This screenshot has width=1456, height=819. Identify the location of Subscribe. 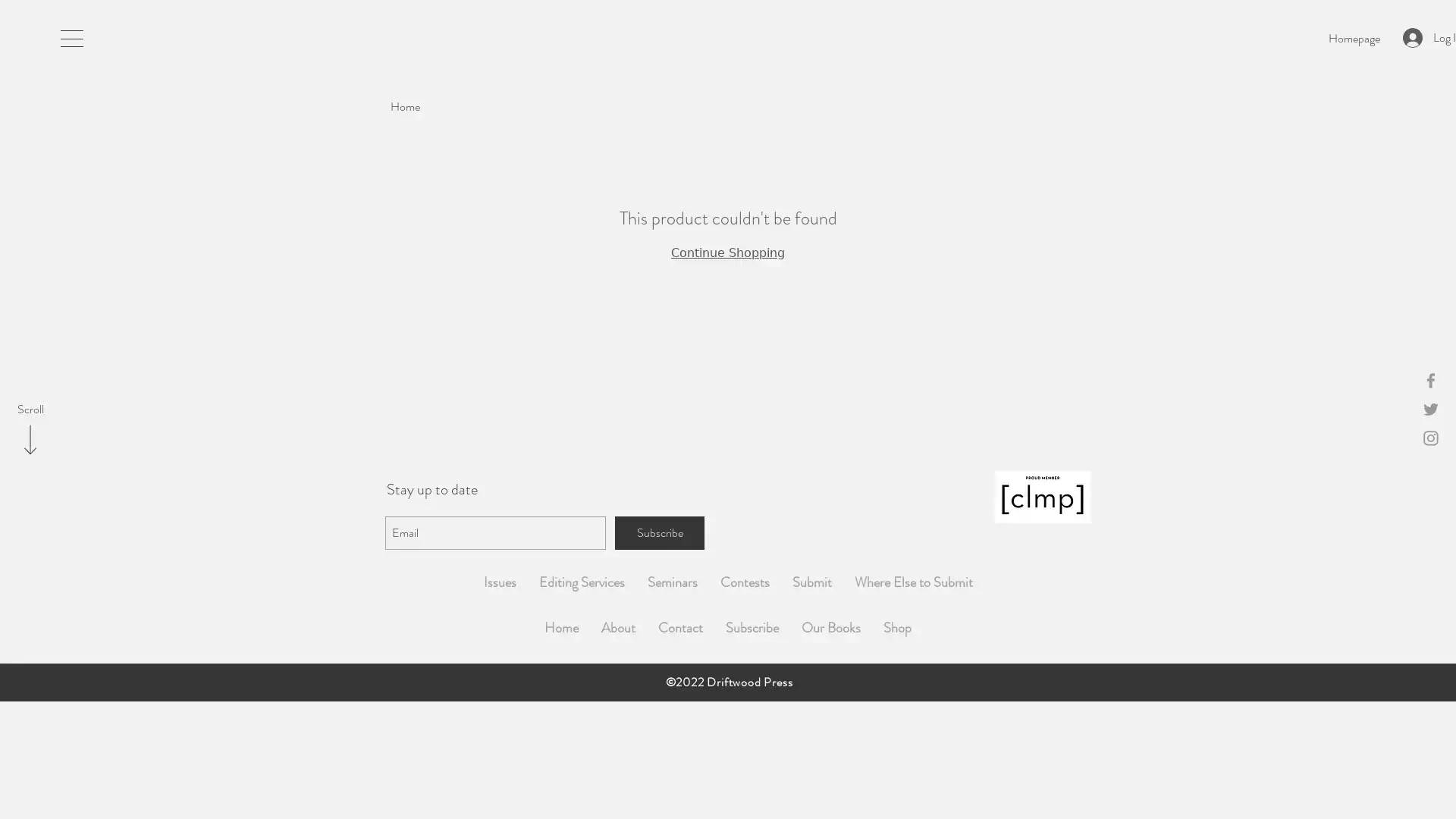
(659, 532).